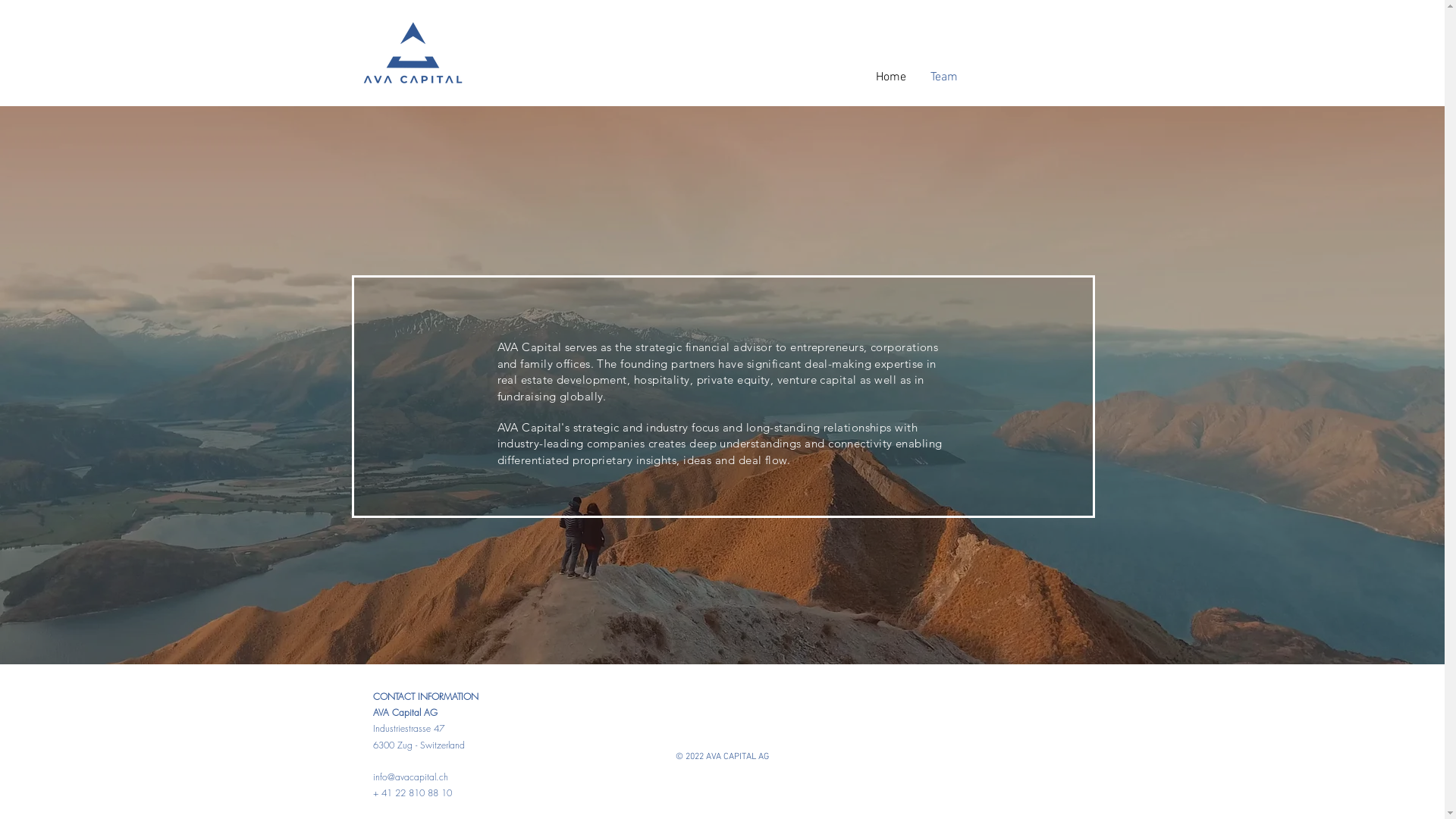 This screenshot has width=1456, height=819. What do you see at coordinates (410, 777) in the screenshot?
I see `'info@avacapital.ch'` at bounding box center [410, 777].